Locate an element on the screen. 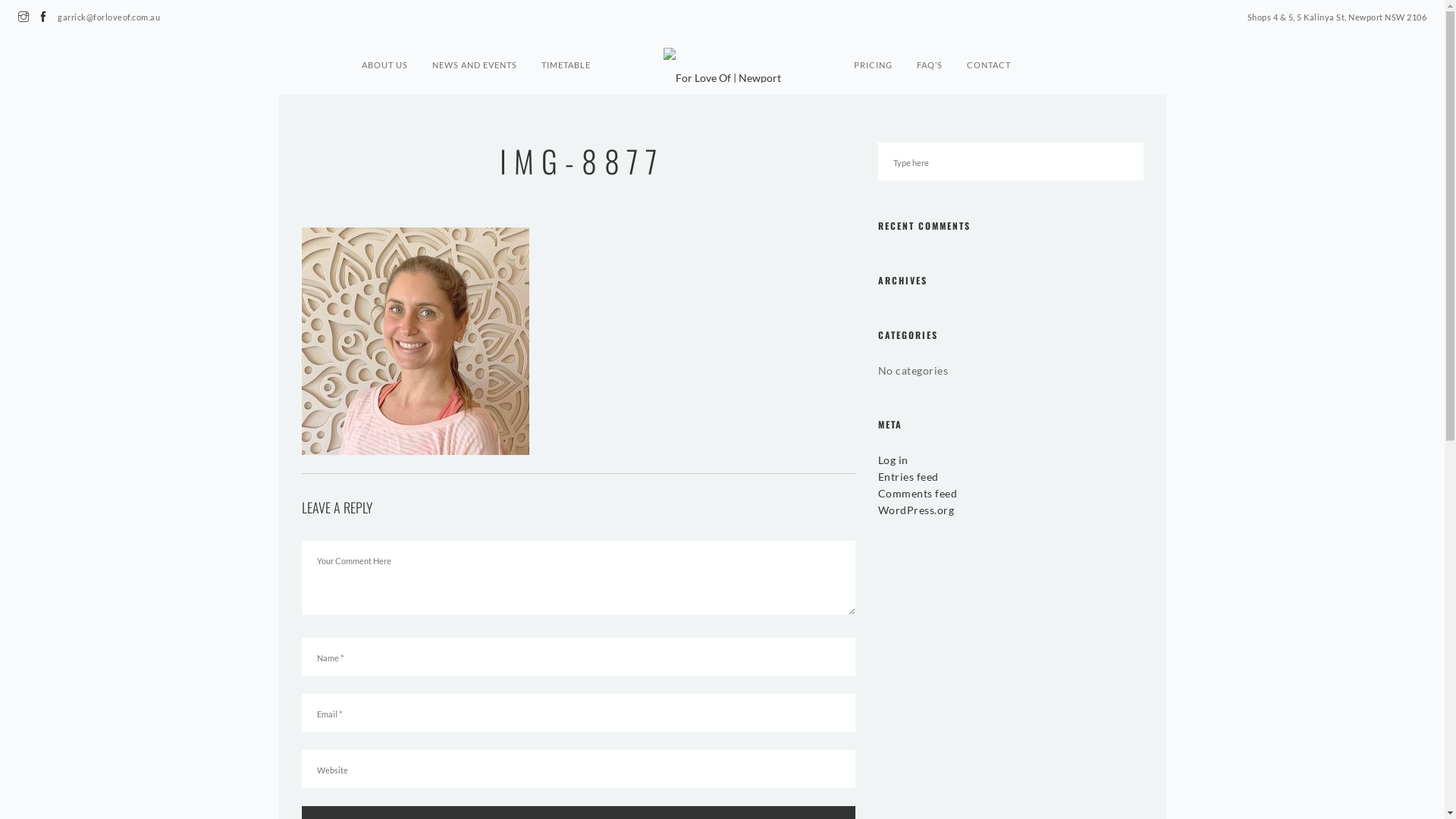  'NEWS AND EVENTS' is located at coordinates (473, 57).